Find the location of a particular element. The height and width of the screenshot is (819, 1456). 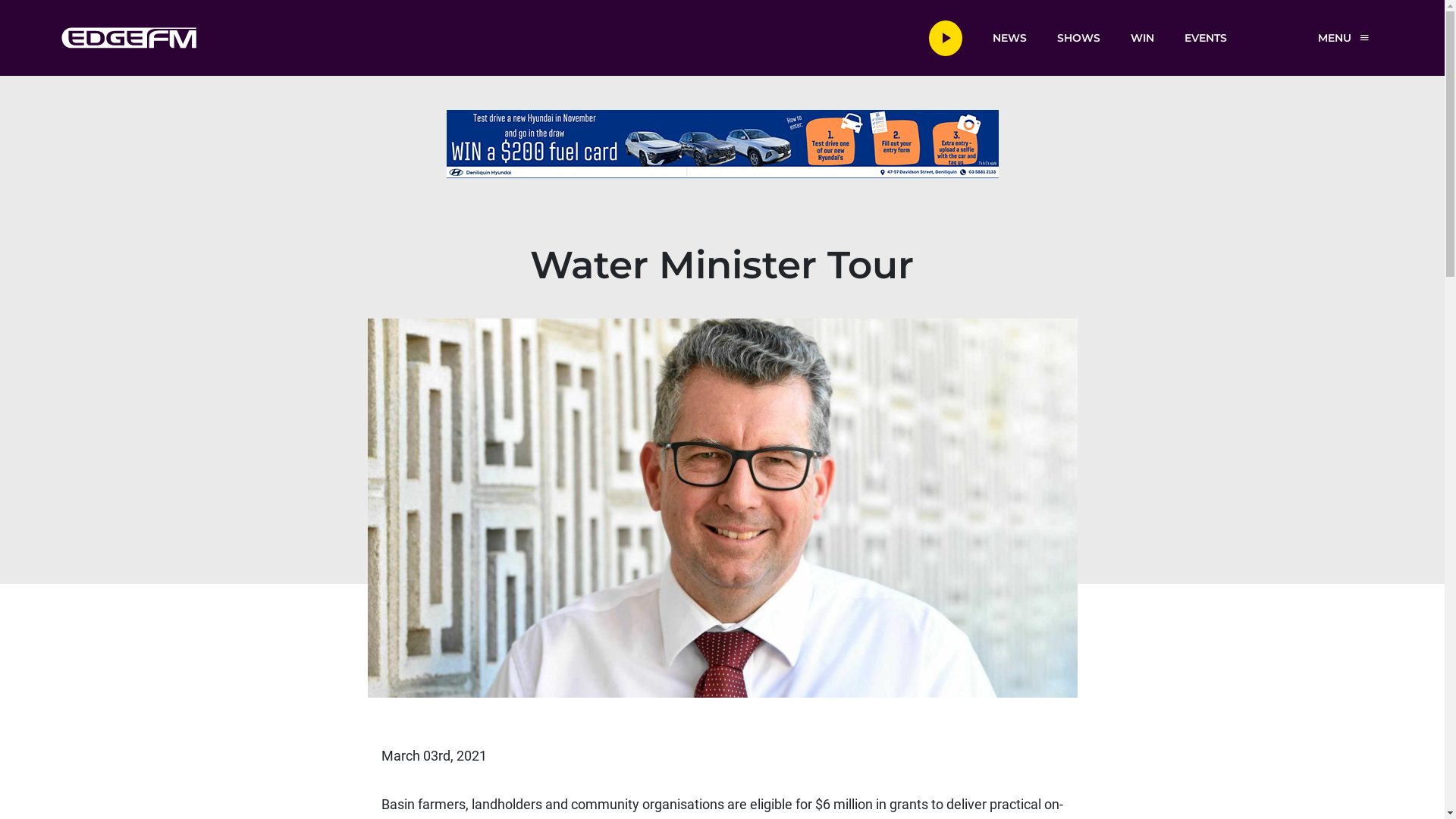

'EVENTS' is located at coordinates (1204, 36).